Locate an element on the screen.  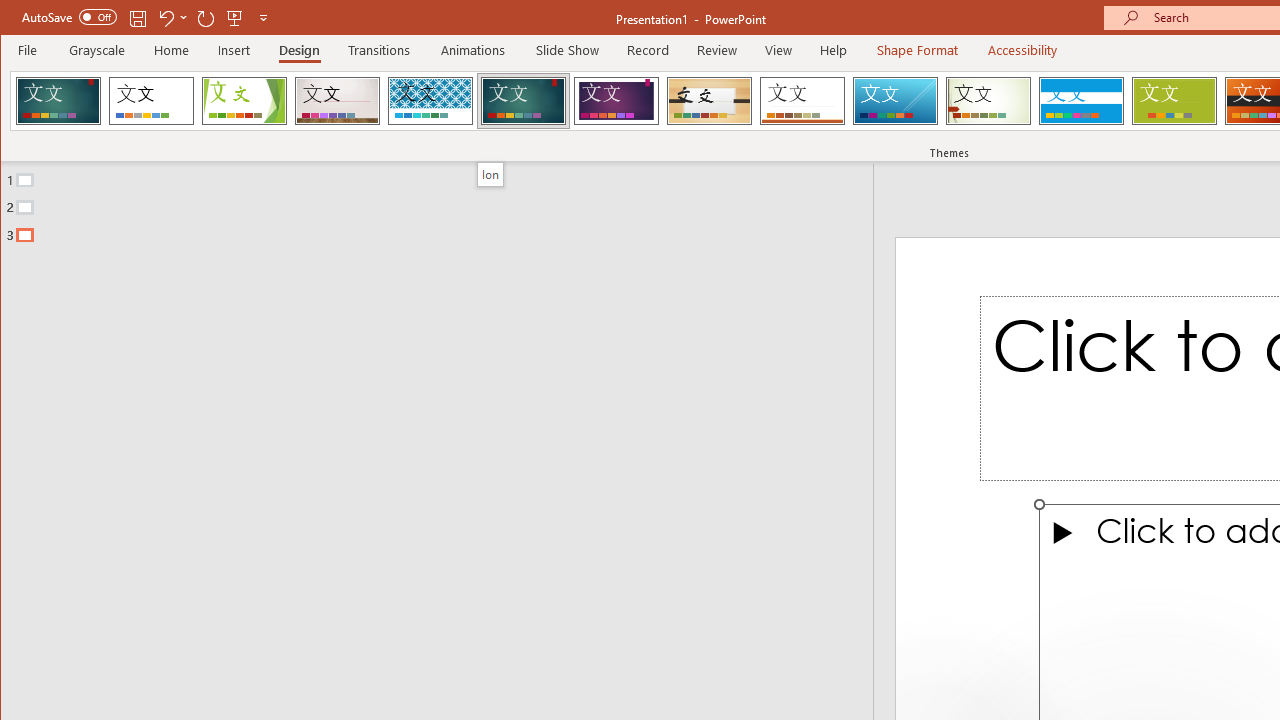
'Facet' is located at coordinates (243, 100).